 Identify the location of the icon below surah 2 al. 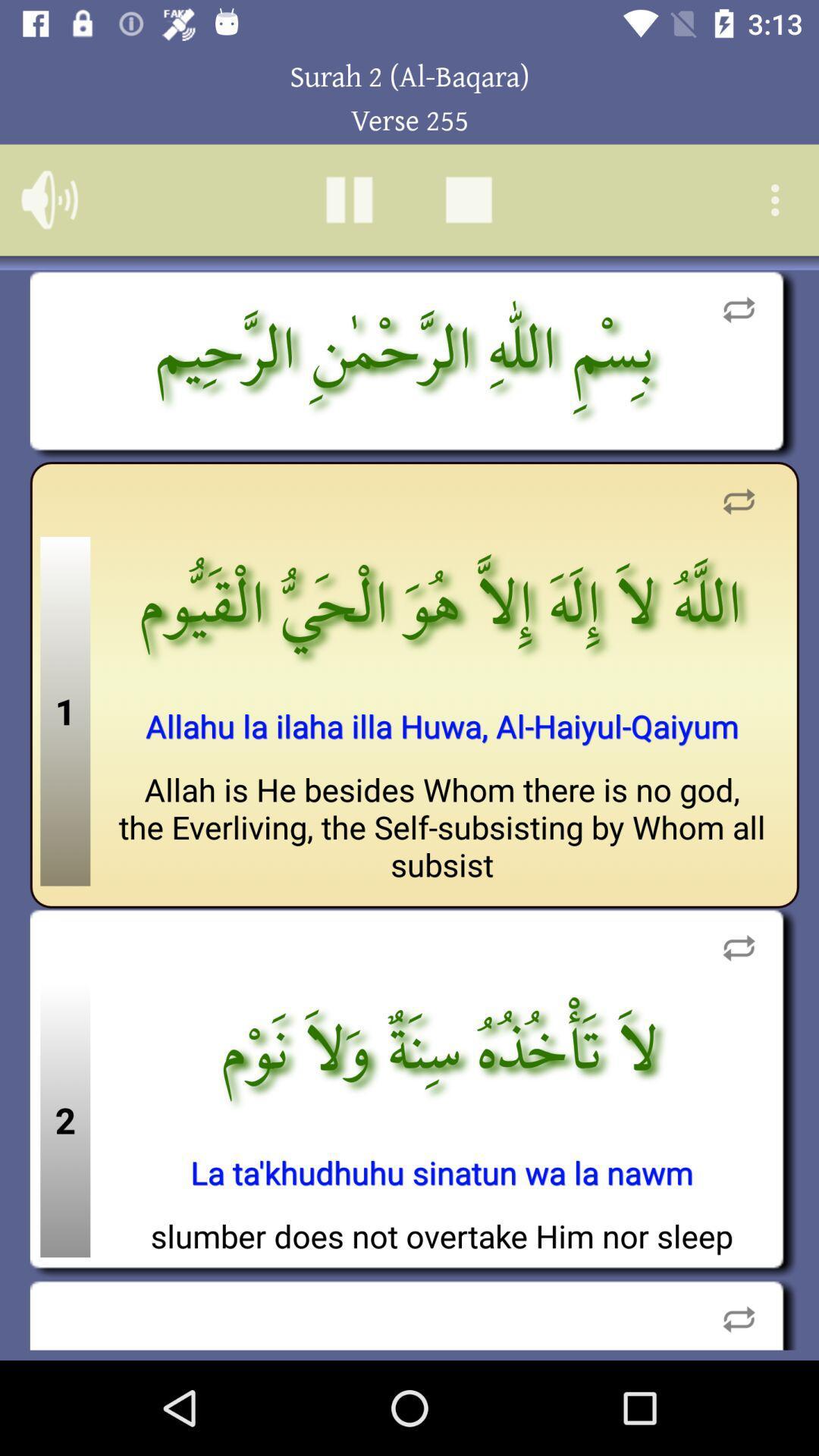
(468, 199).